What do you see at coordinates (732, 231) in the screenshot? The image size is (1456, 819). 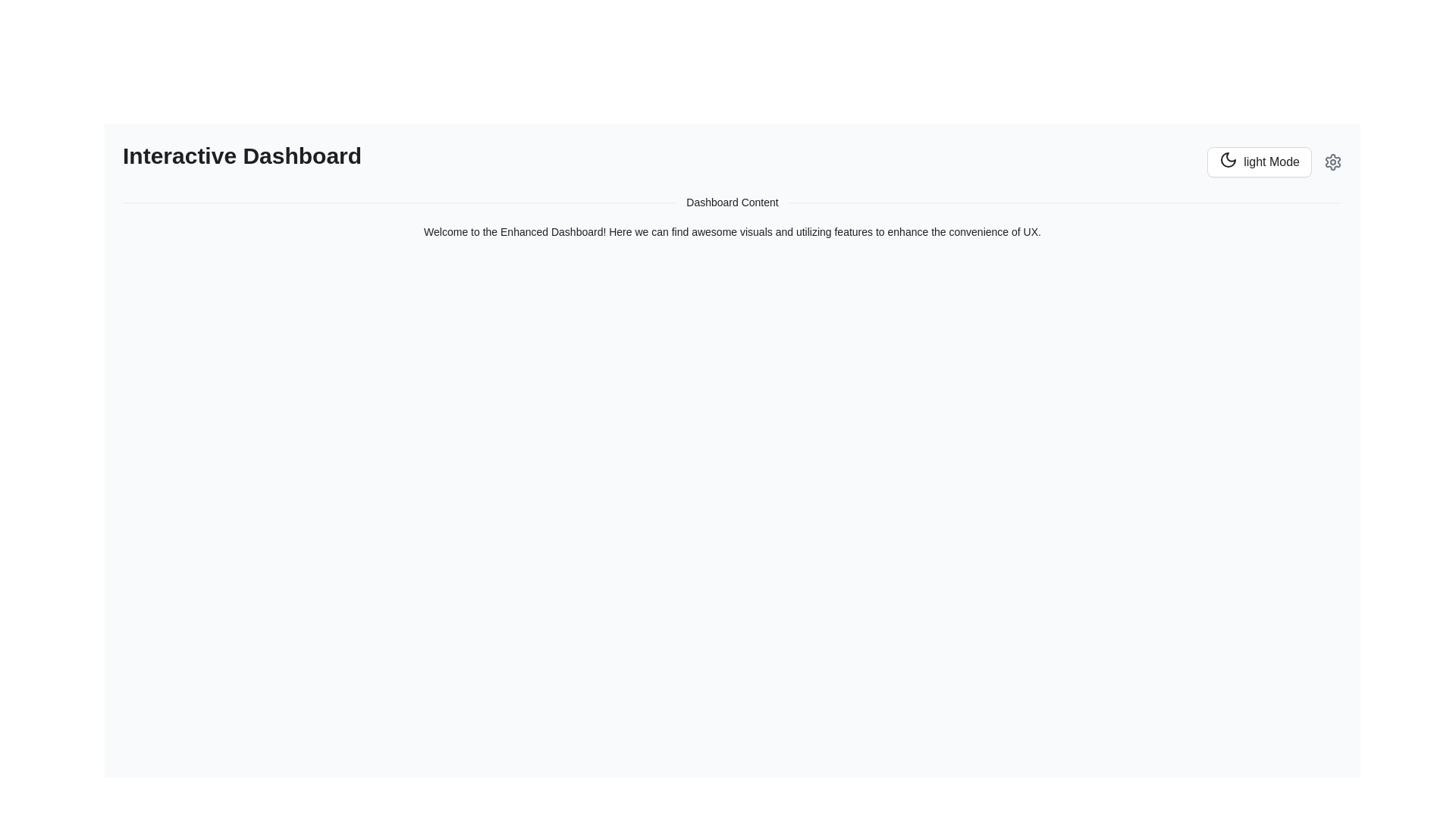 I see `the static text label that reads 'Welcome to the Enhanced Dashboard!' which is centrally positioned in the 'Dashboard Content' section` at bounding box center [732, 231].